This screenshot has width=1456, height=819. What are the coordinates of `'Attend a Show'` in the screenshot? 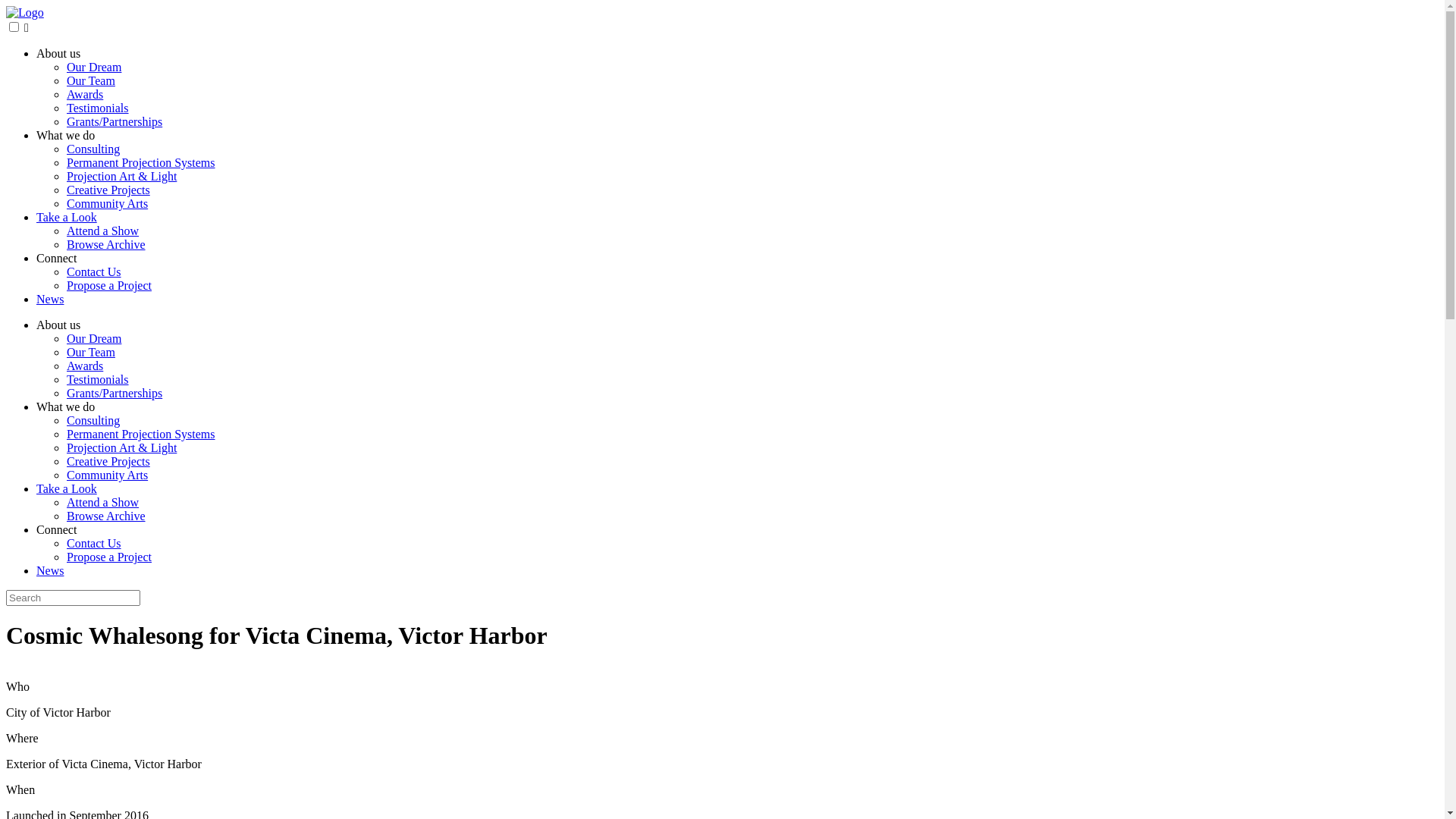 It's located at (102, 231).